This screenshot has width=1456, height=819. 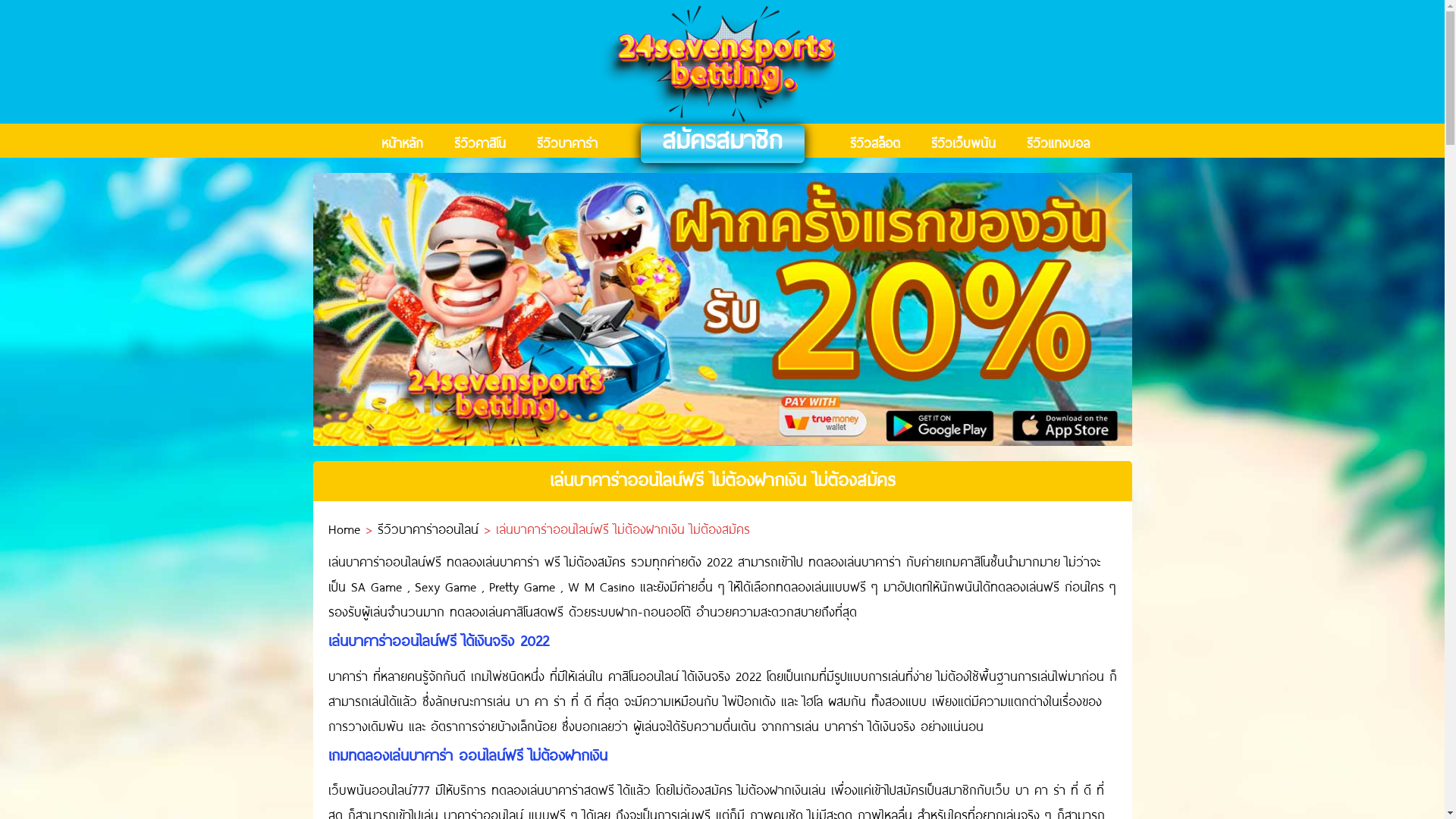 I want to click on 'Home', so click(x=342, y=528).